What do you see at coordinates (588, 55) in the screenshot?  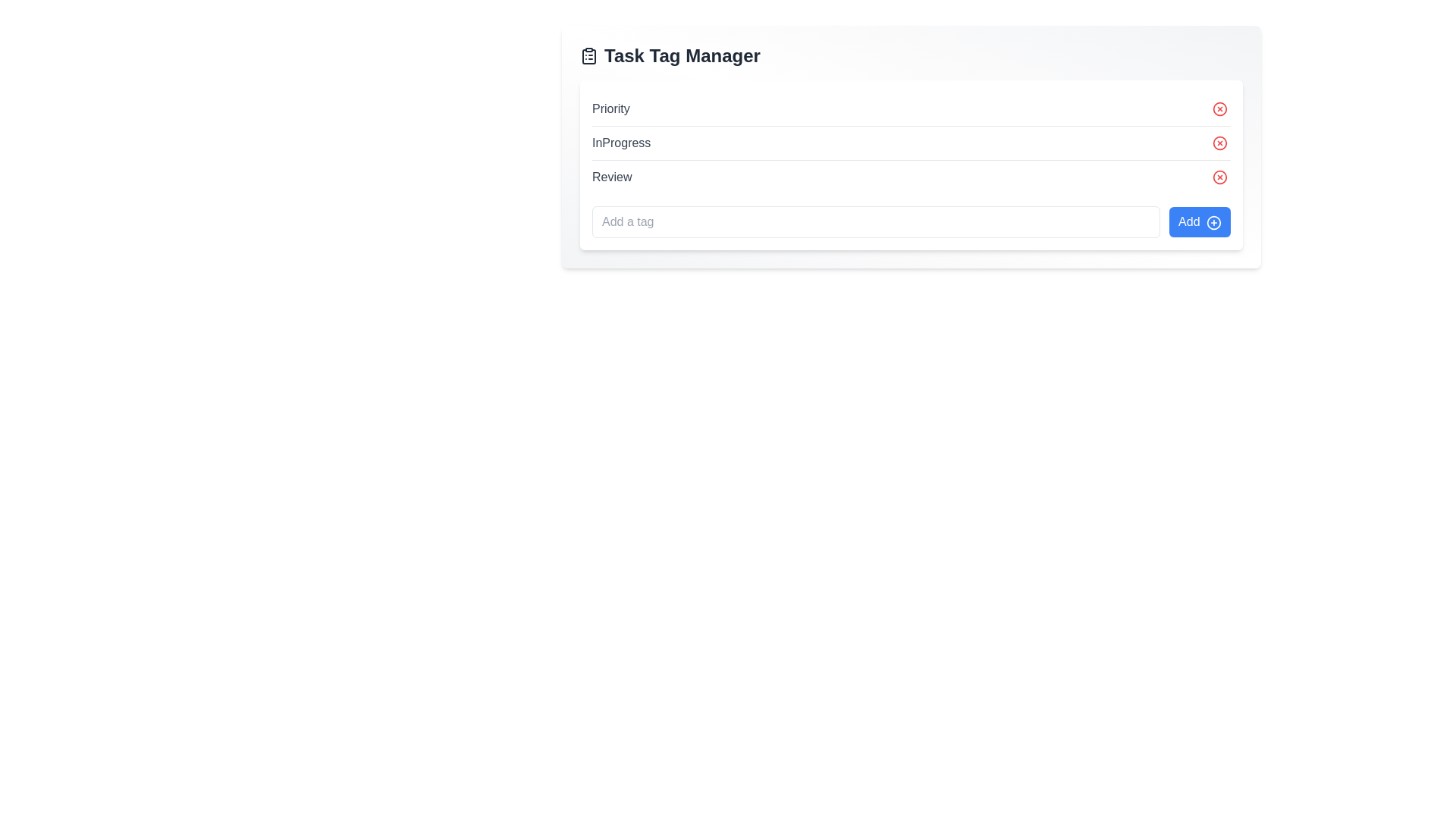 I see `the clipboard icon located to the left of the 'Task Tag Manager' heading, which has a rectangular outline and a clipped top part, styled in black or dark gray` at bounding box center [588, 55].